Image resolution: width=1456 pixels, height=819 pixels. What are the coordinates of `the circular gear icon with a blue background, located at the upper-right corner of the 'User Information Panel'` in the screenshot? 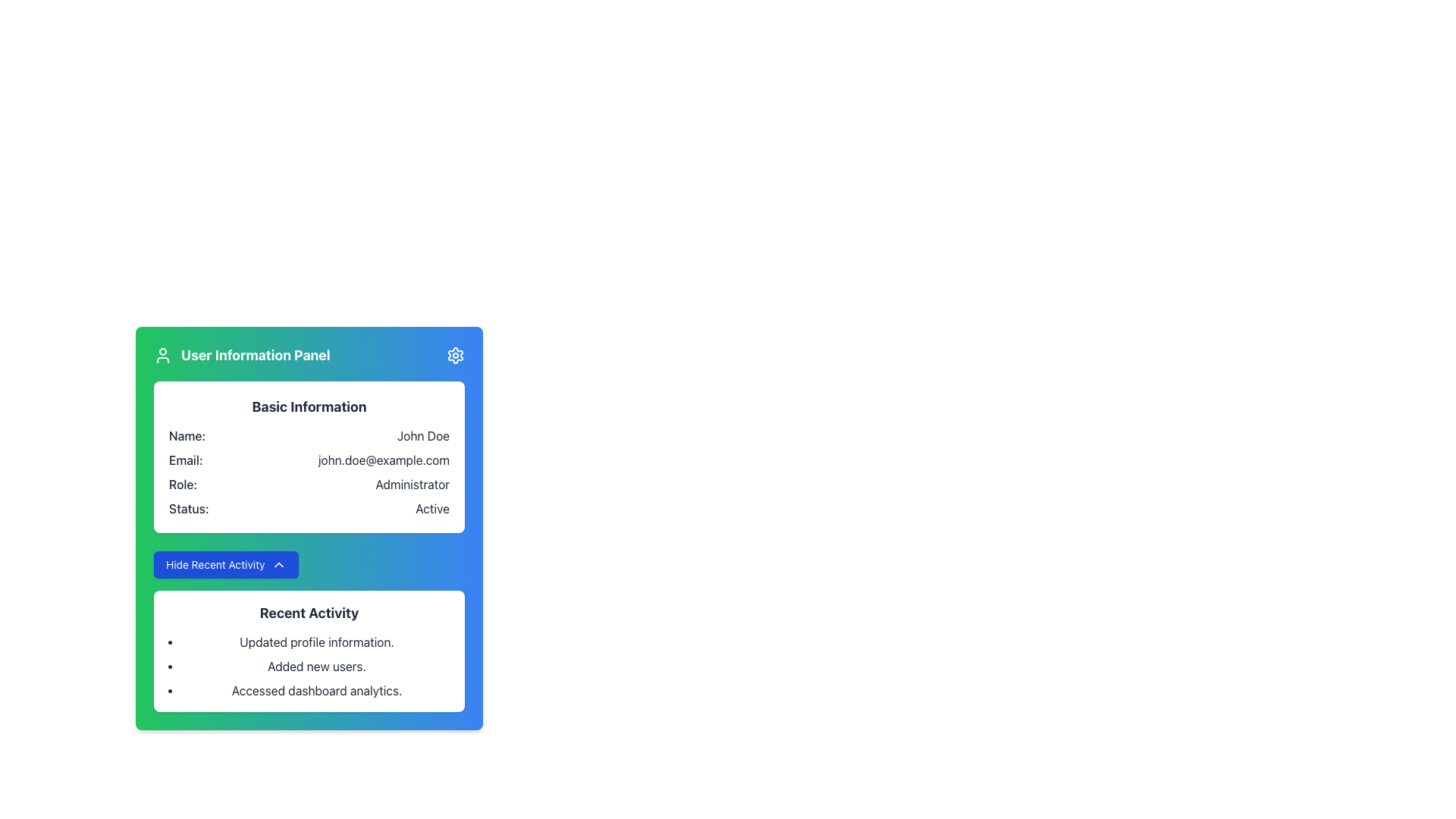 It's located at (454, 356).